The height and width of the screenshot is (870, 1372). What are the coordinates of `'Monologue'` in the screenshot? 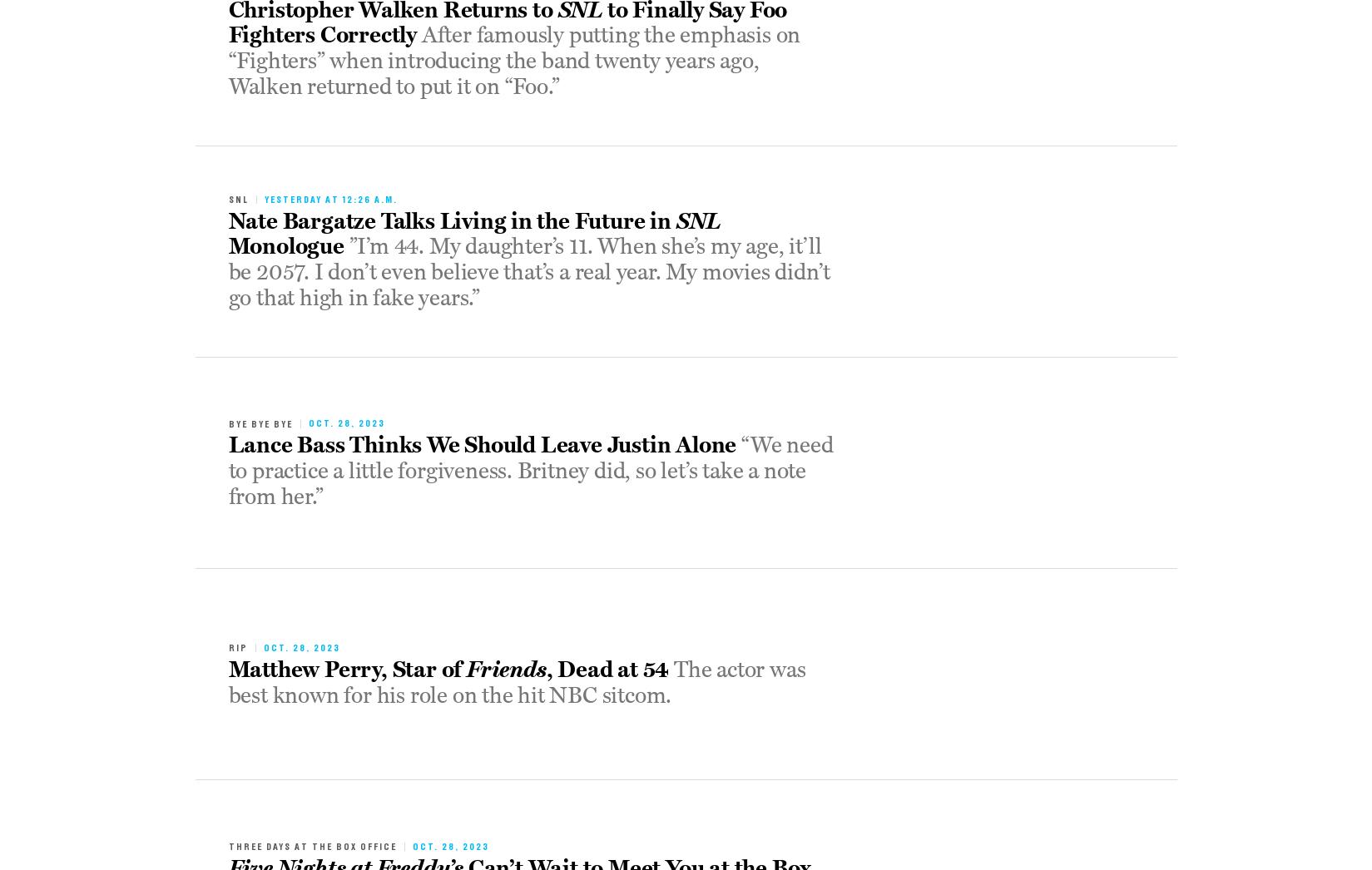 It's located at (228, 246).